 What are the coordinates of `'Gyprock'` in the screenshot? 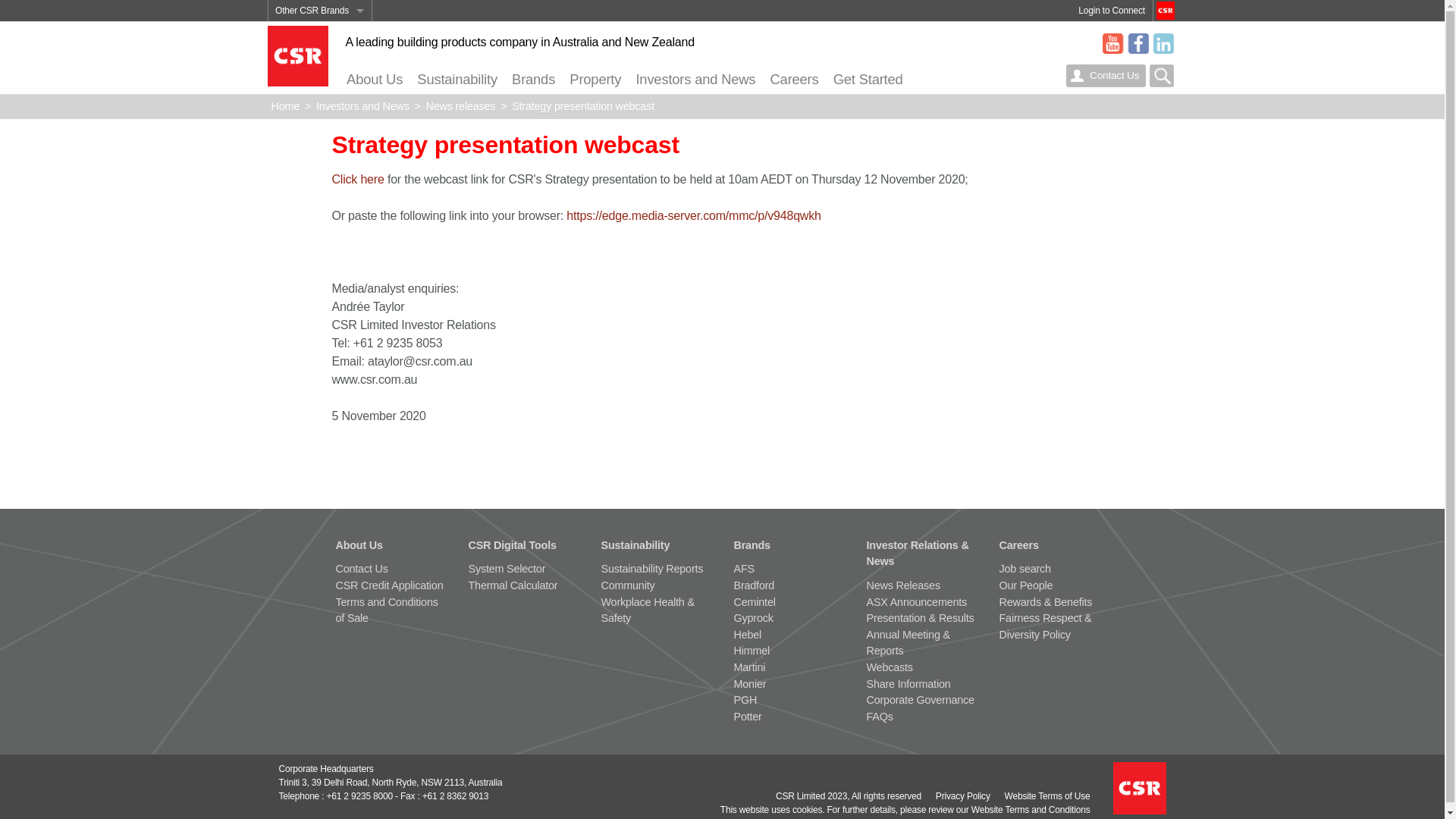 It's located at (753, 617).